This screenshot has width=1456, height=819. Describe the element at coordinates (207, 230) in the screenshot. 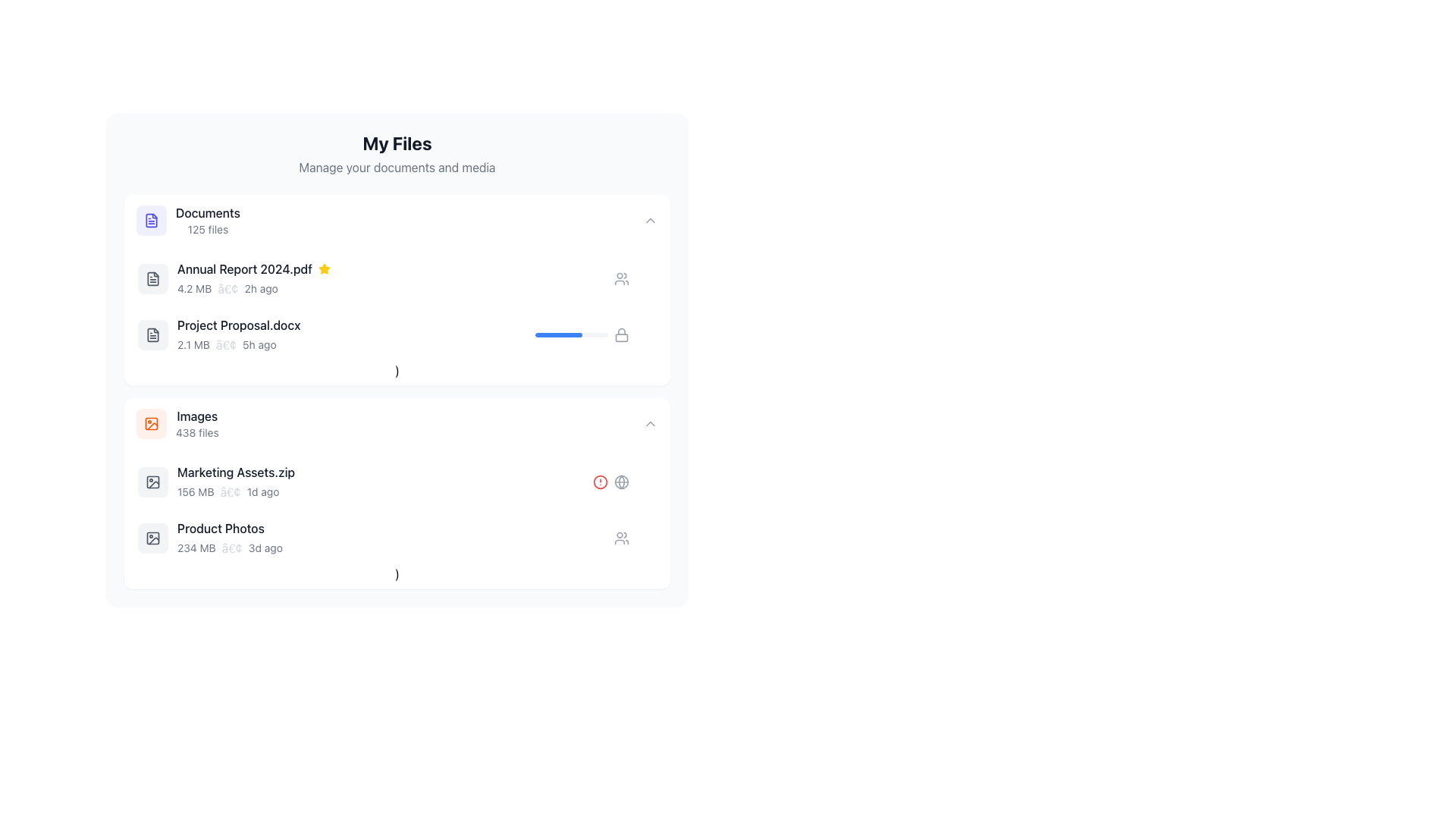

I see `the label indicating the number of files ('125 files') located directly beneath the 'Documents' label in the upper-left corner of the interface` at that location.